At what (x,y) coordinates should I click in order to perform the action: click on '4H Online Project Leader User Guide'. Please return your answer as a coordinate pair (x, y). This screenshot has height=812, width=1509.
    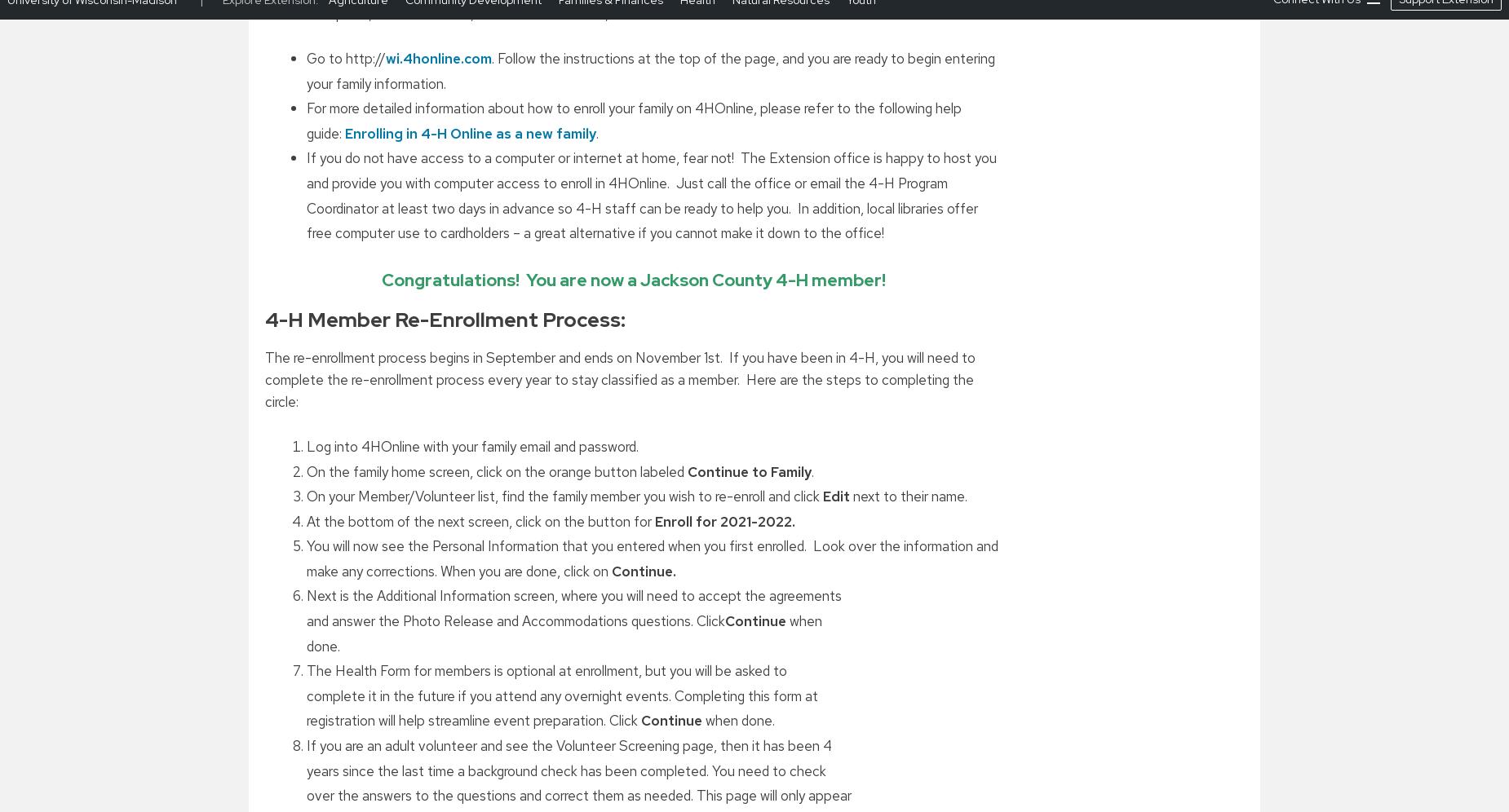
    Looking at the image, I should click on (429, 309).